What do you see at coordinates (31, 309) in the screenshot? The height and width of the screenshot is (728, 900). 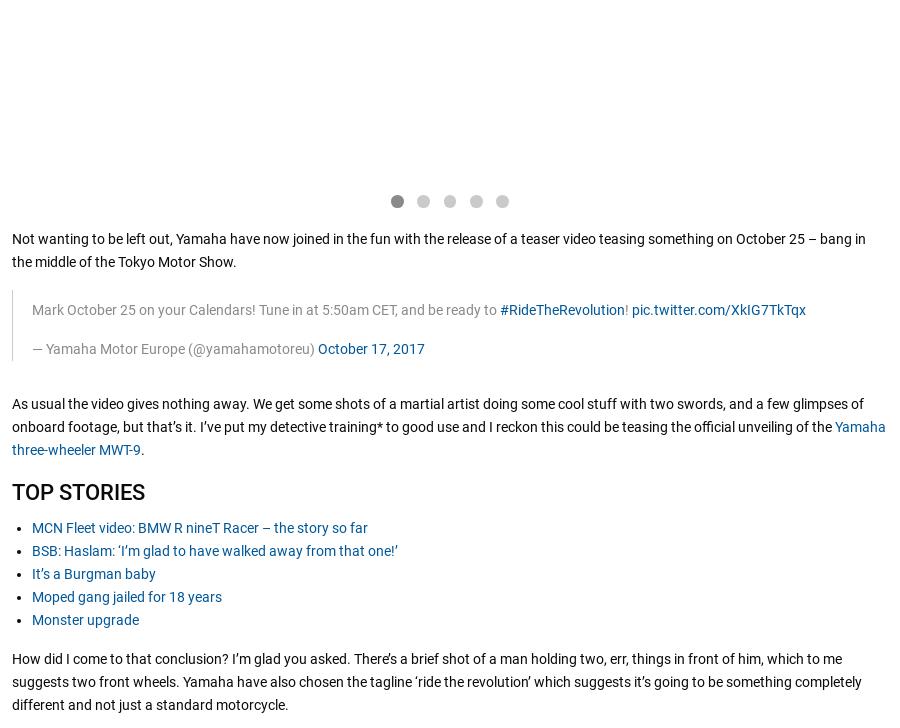 I see `'Mark October 25 on your Calendars! Tune in at 5:50am CET, and be ready to'` at bounding box center [31, 309].